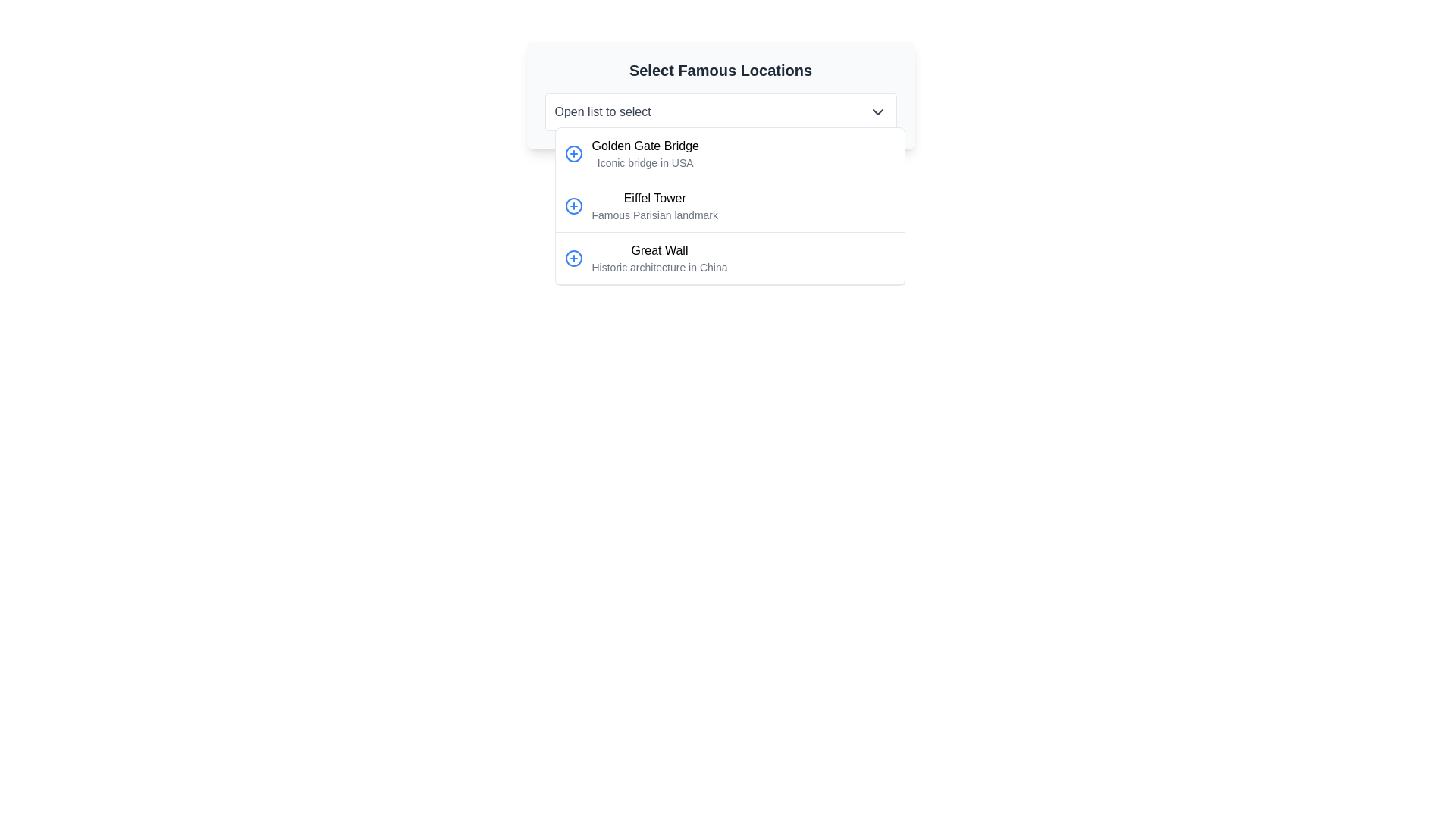  I want to click on the list item displaying the title 'Golden Gate Bridge', so click(645, 154).